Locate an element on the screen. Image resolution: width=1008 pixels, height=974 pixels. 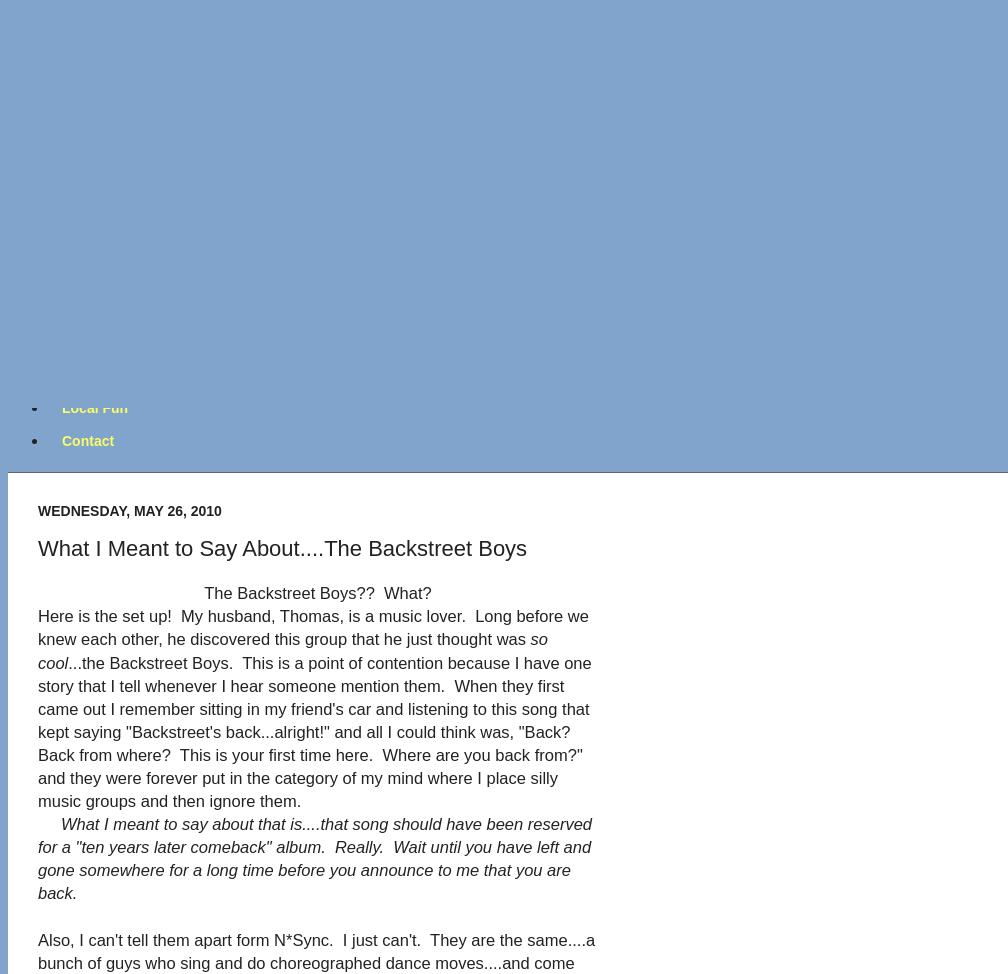
'What I meant to say about that is....that song should have been reserved for a "ten years later comeback" album.  Really.  Wait until you have left and gone somewhere for a long time before you announce to me that you are back.' is located at coordinates (315, 858).